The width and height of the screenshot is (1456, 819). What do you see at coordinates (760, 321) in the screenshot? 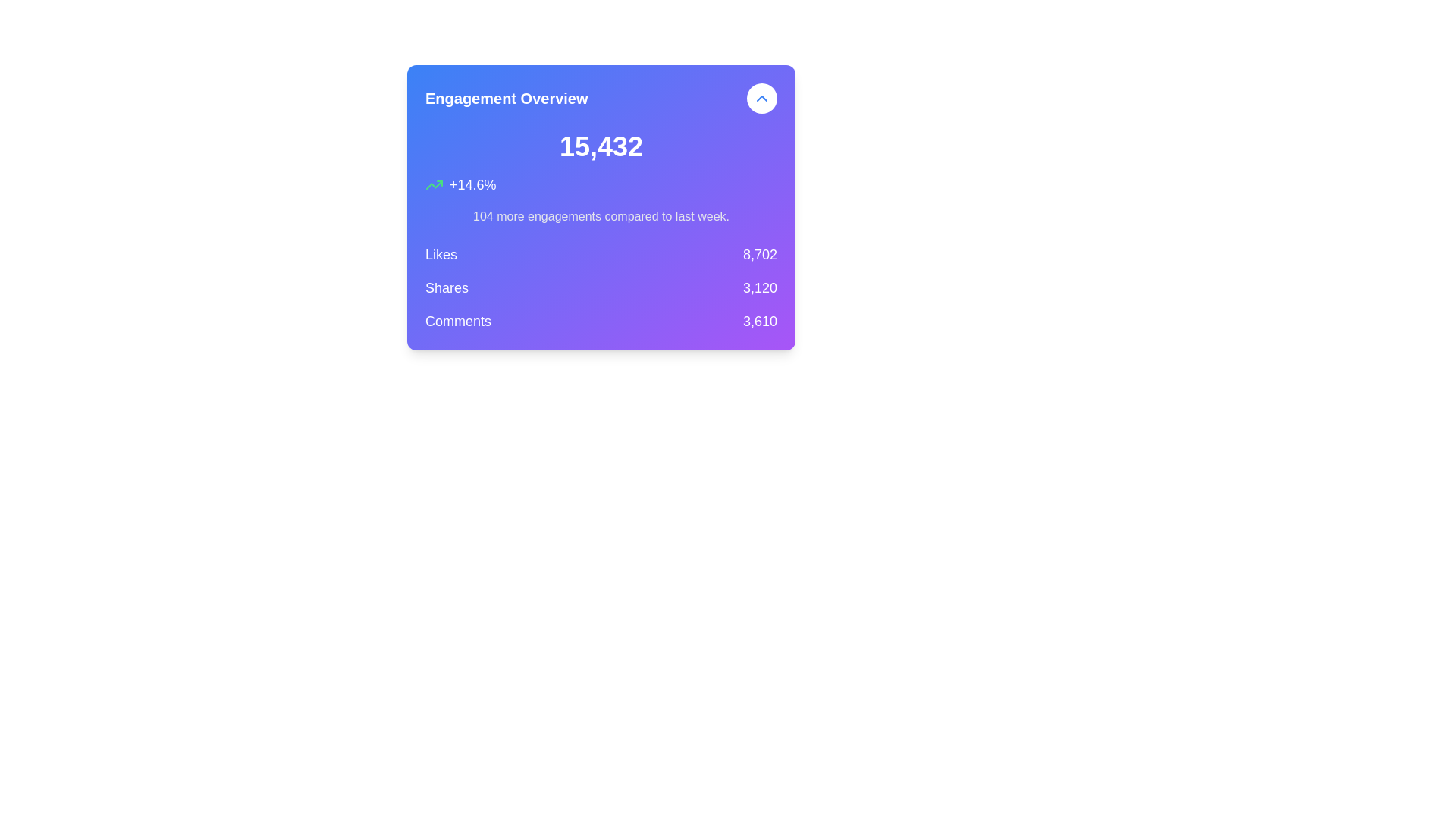
I see `the static text element that displays the count of comments, positioned to the right of the 'Comments' label` at bounding box center [760, 321].